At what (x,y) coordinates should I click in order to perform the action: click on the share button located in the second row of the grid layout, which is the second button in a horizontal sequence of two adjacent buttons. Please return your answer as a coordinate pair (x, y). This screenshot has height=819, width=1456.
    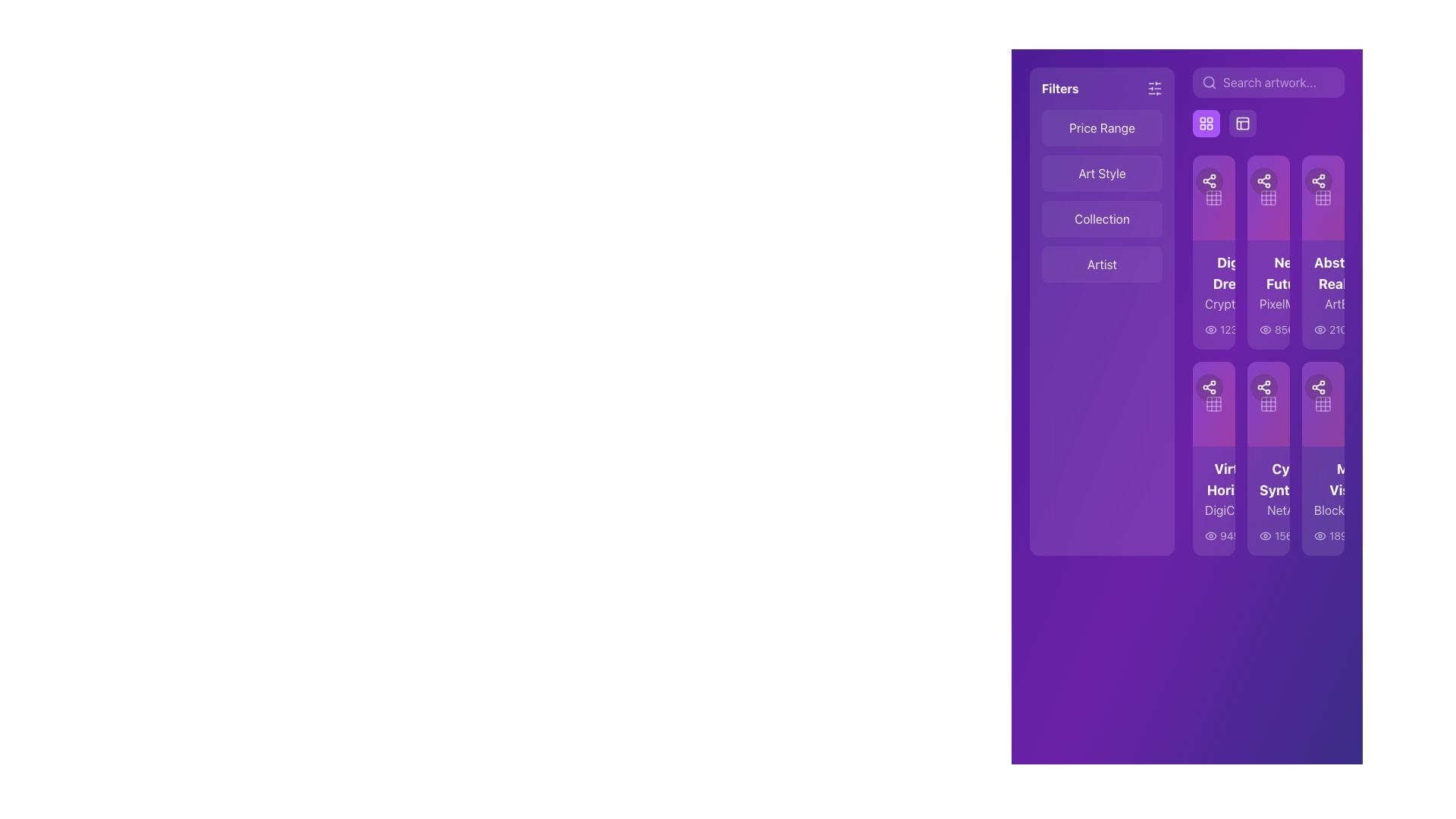
    Looking at the image, I should click on (1247, 386).